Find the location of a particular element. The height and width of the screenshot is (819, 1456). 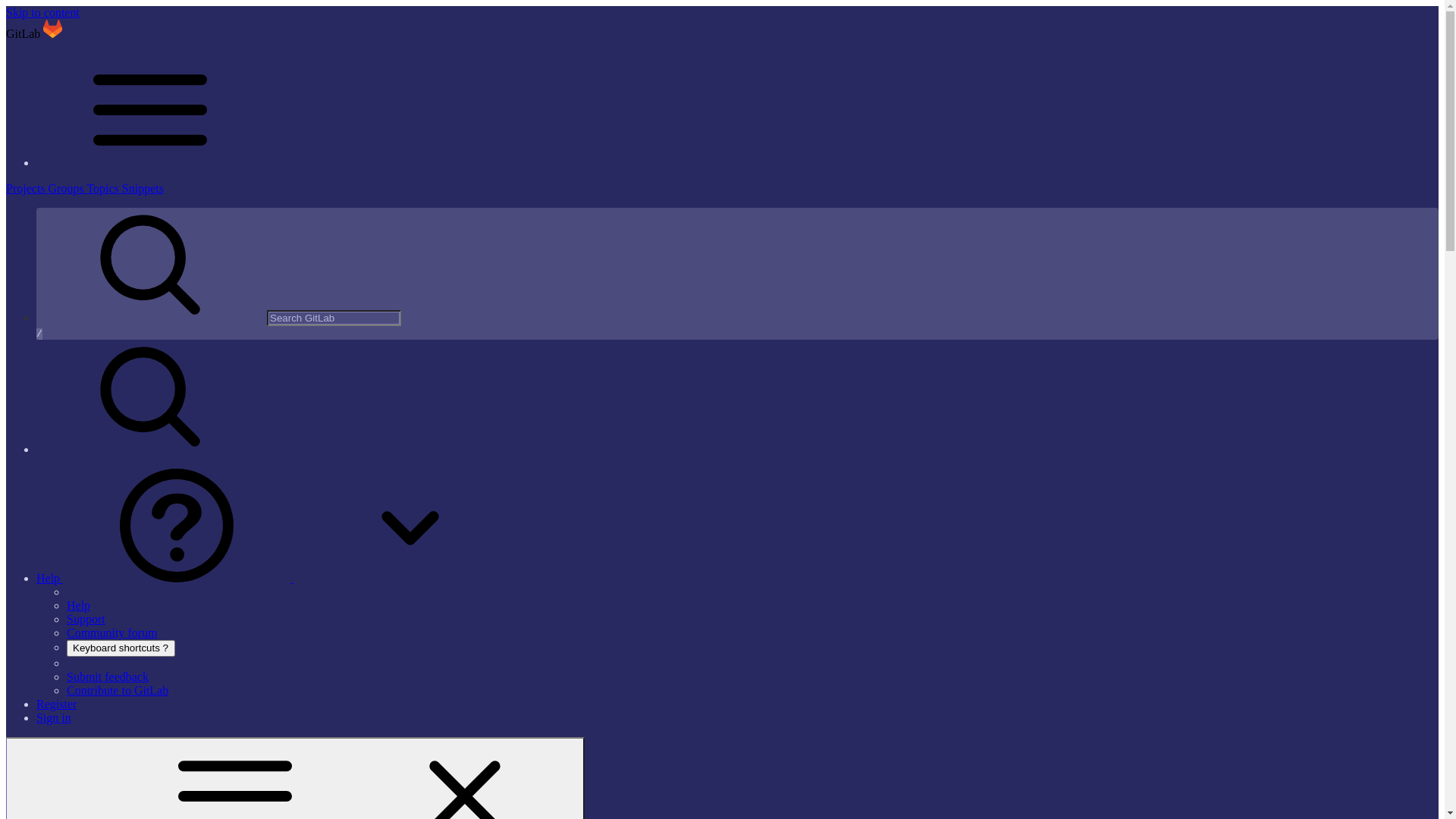

'Community forum' is located at coordinates (111, 632).